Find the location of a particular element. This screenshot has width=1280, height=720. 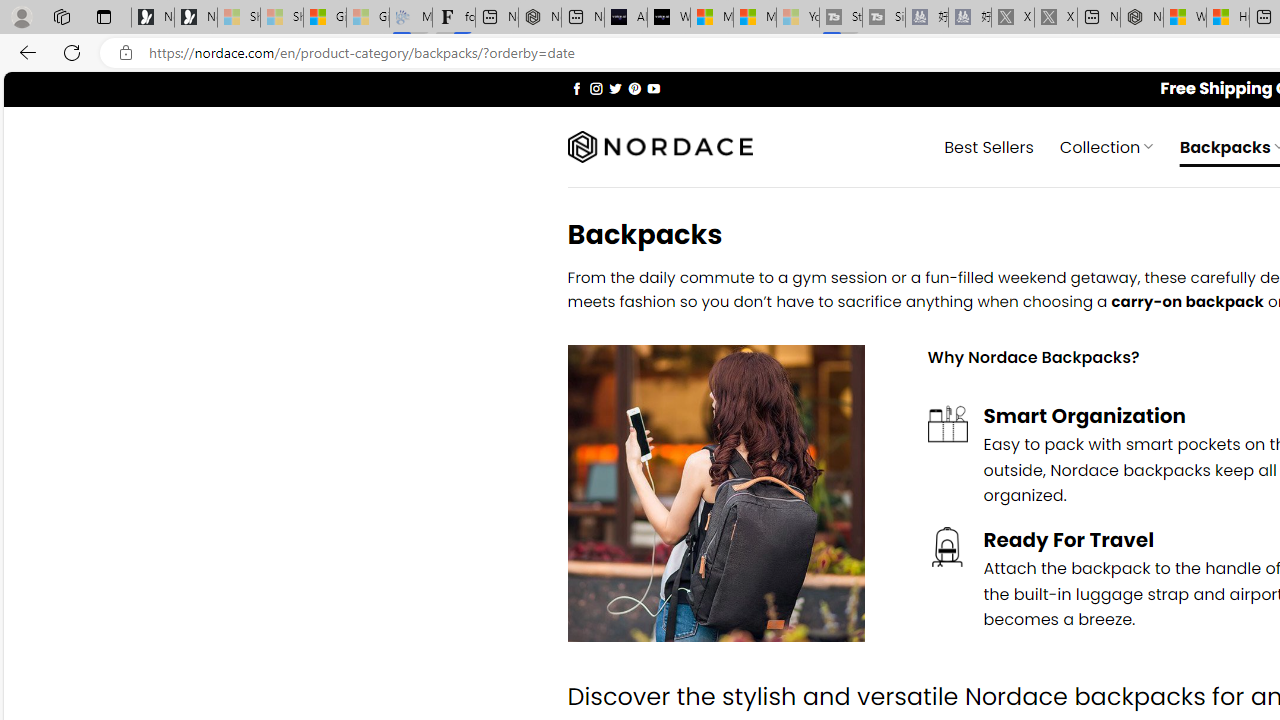

'Nordace - #1 Japanese Best-Seller - Siena Smart Backpack' is located at coordinates (539, 17).